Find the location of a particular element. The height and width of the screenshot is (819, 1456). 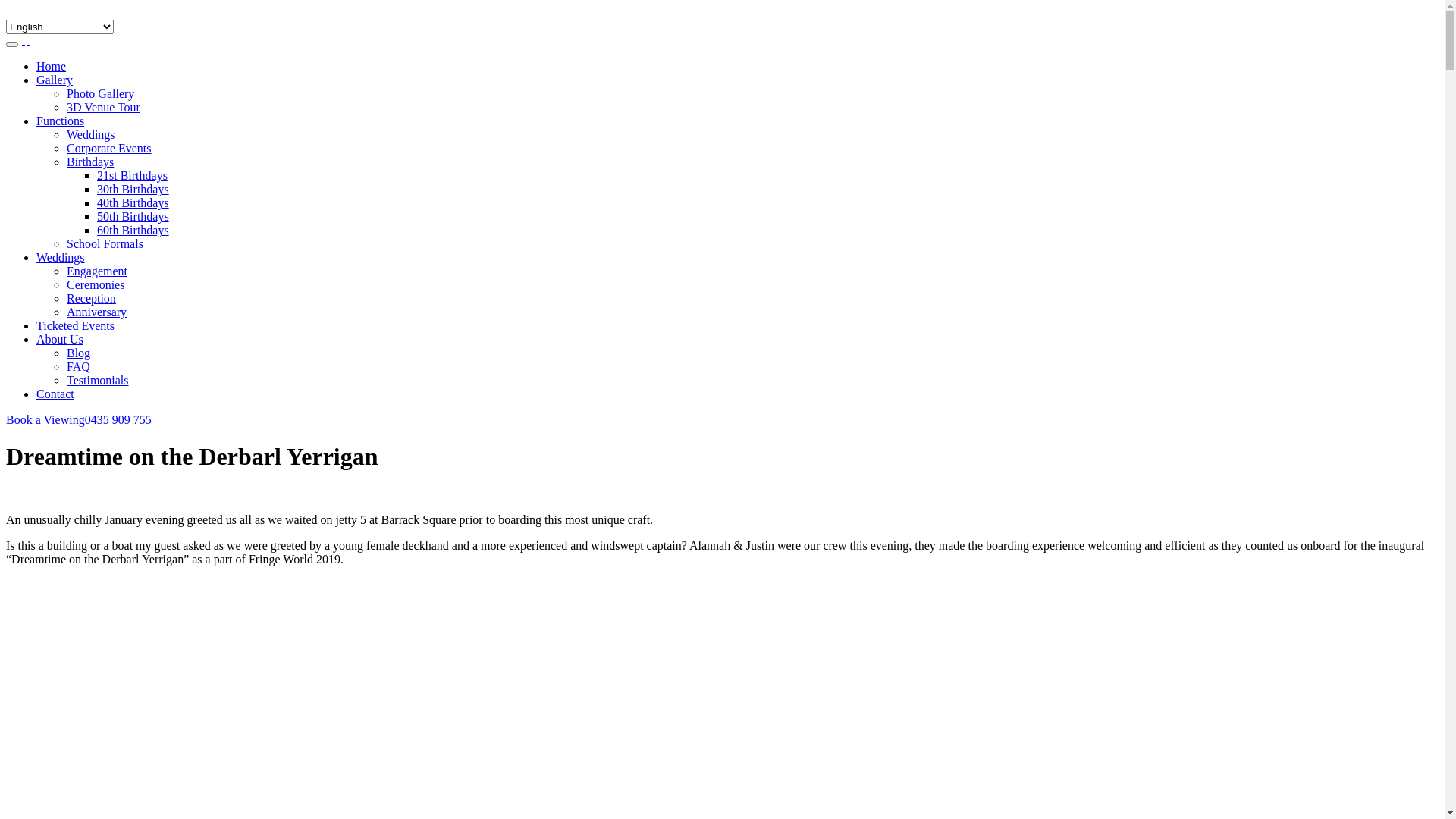

'Functions' is located at coordinates (60, 120).